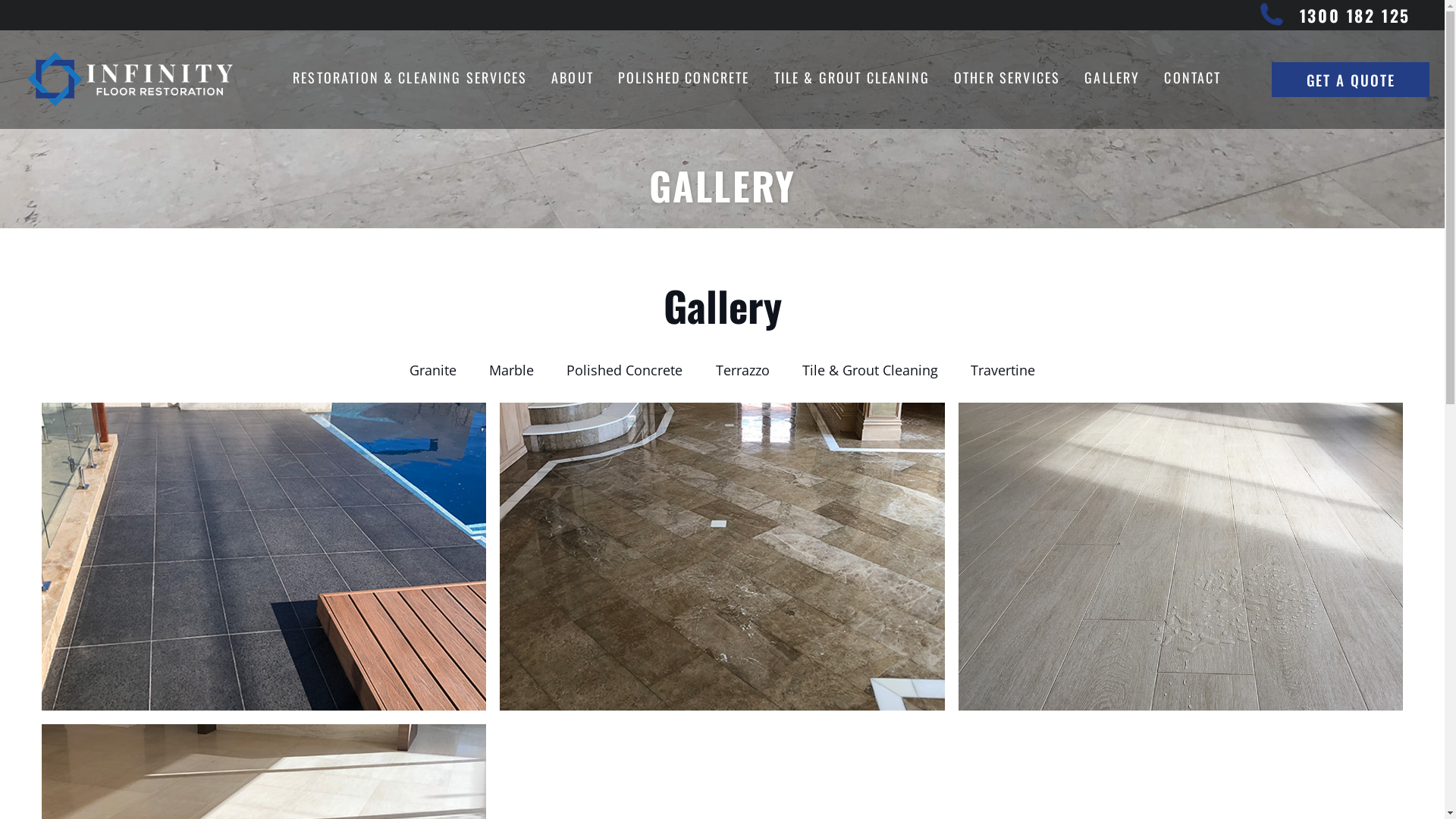 The height and width of the screenshot is (819, 1456). I want to click on 'GET A QUOTE', so click(1350, 79).